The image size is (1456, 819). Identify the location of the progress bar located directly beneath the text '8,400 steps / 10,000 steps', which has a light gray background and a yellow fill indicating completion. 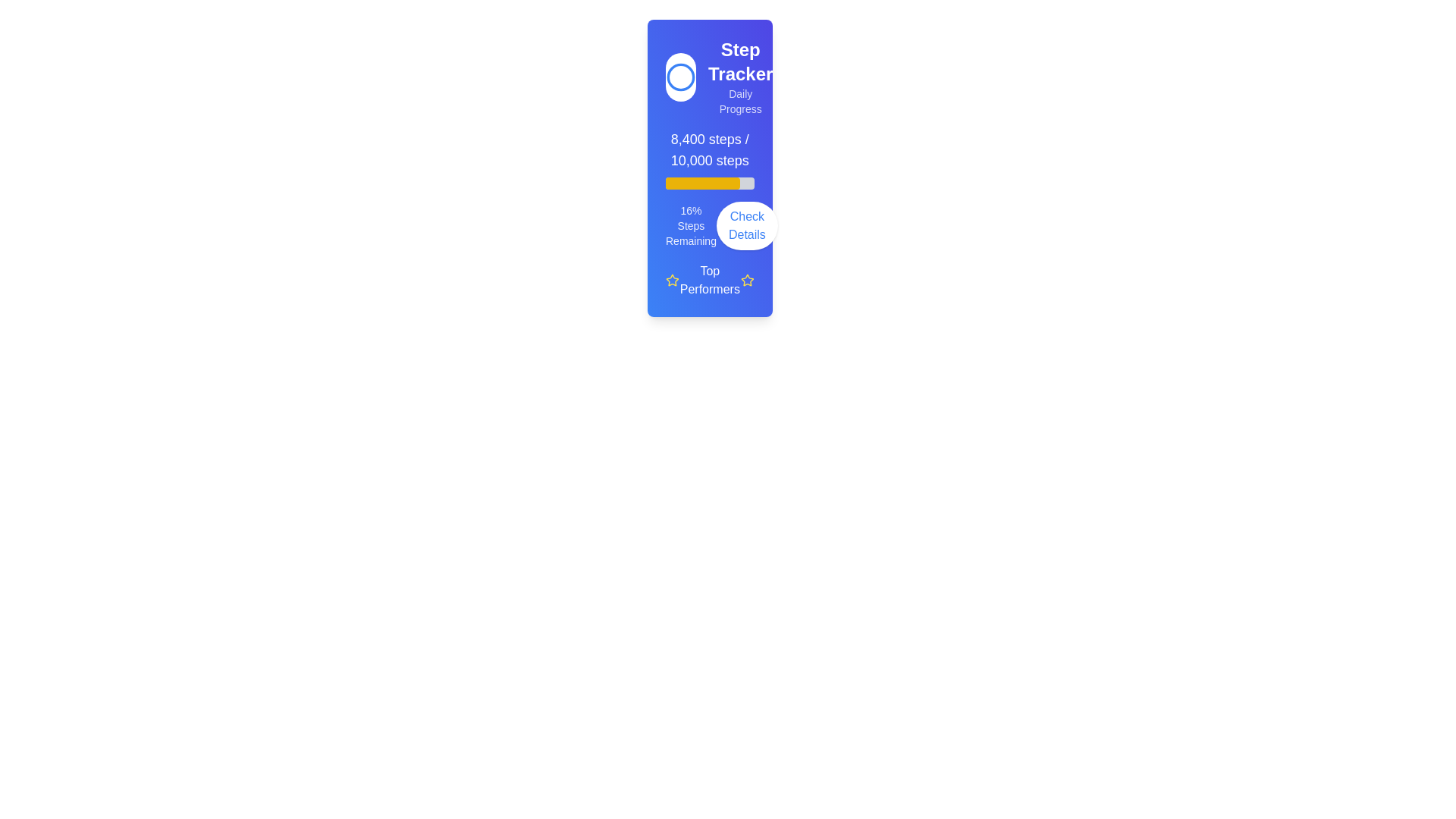
(709, 183).